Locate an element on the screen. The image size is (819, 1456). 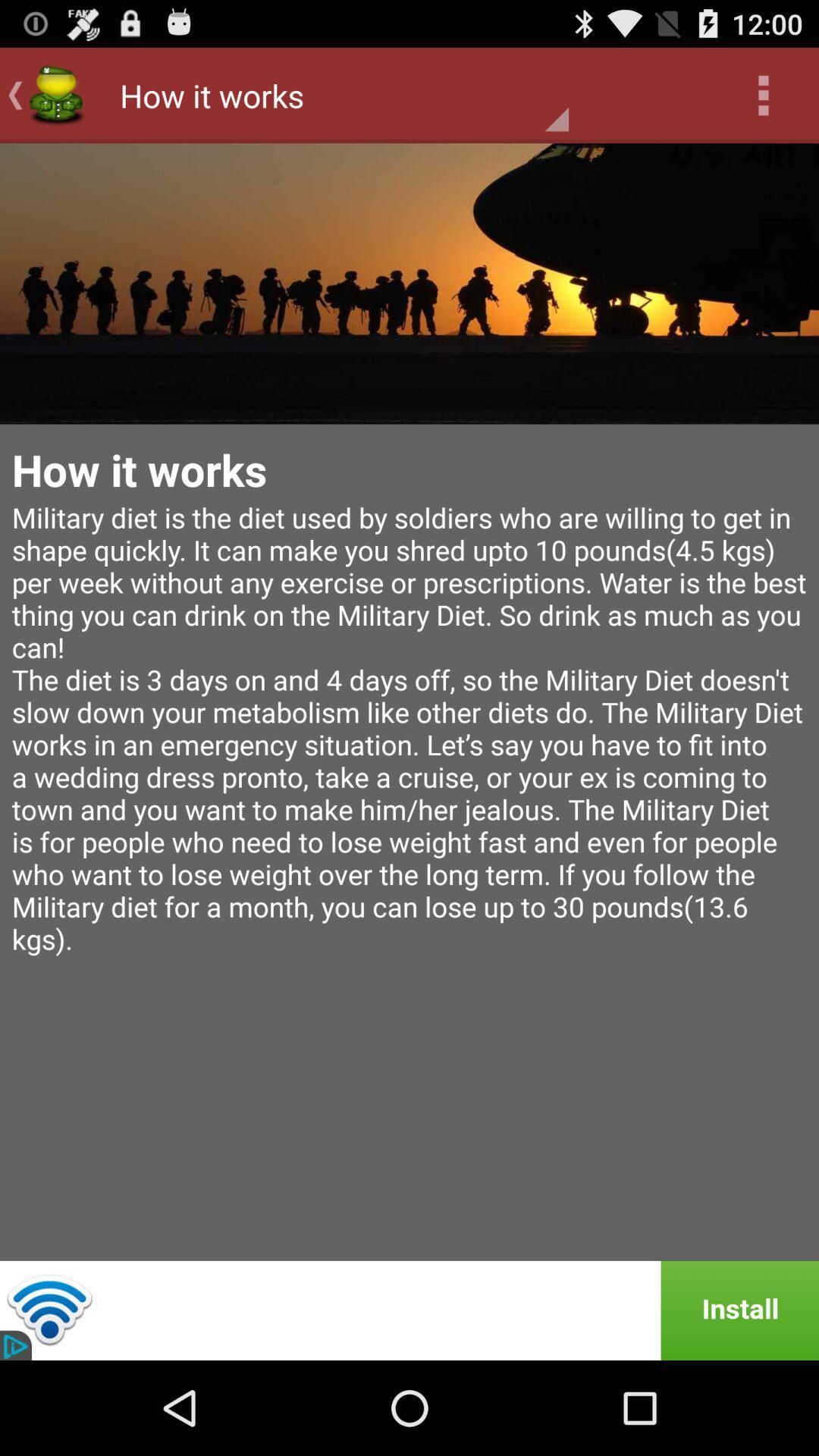
wifi install is located at coordinates (409, 1310).